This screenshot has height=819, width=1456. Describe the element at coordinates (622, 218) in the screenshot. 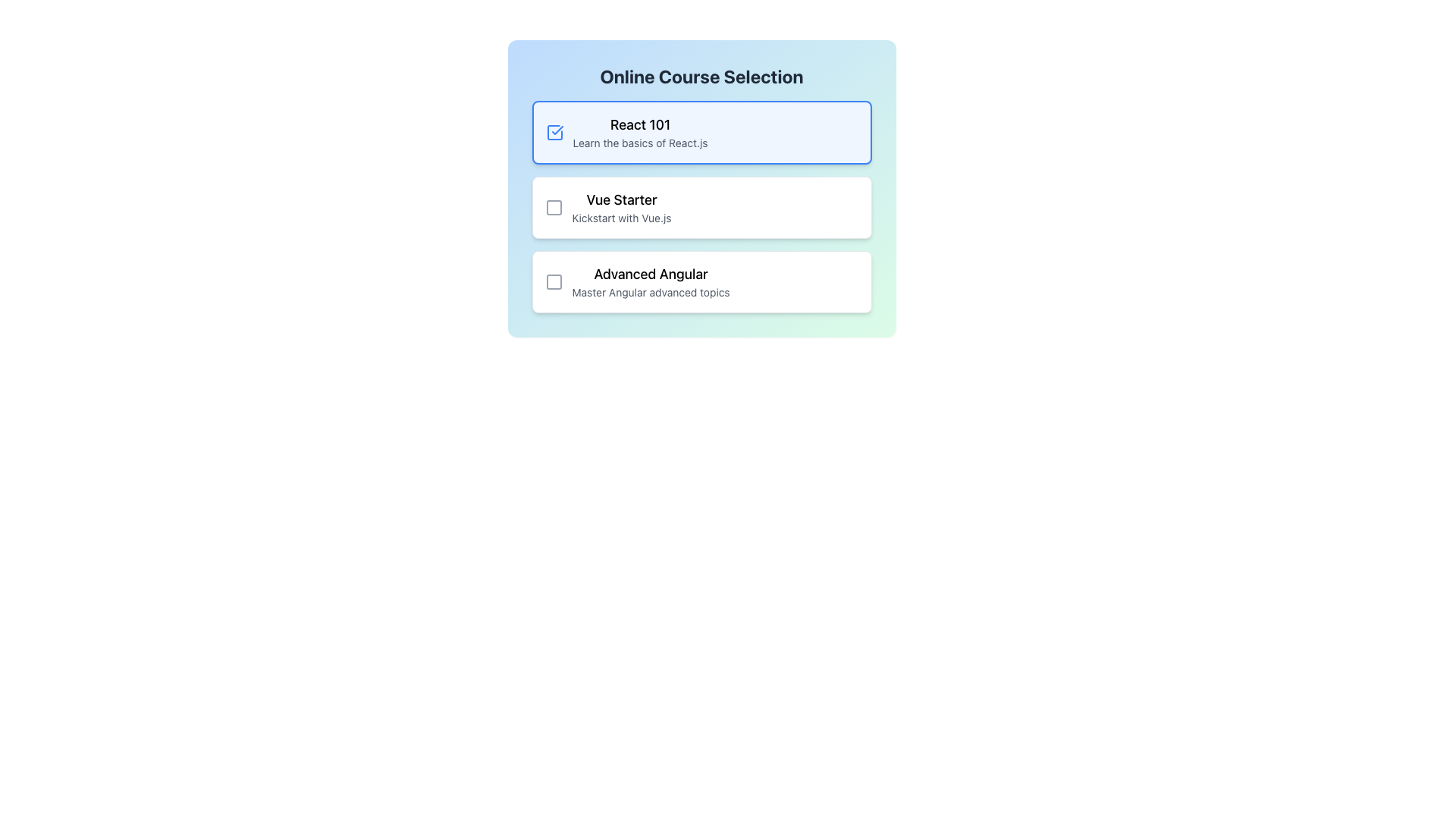

I see `text element providing a brief description for the course titled 'Vue Starter', positioned centrally below the title in the course selection list` at that location.